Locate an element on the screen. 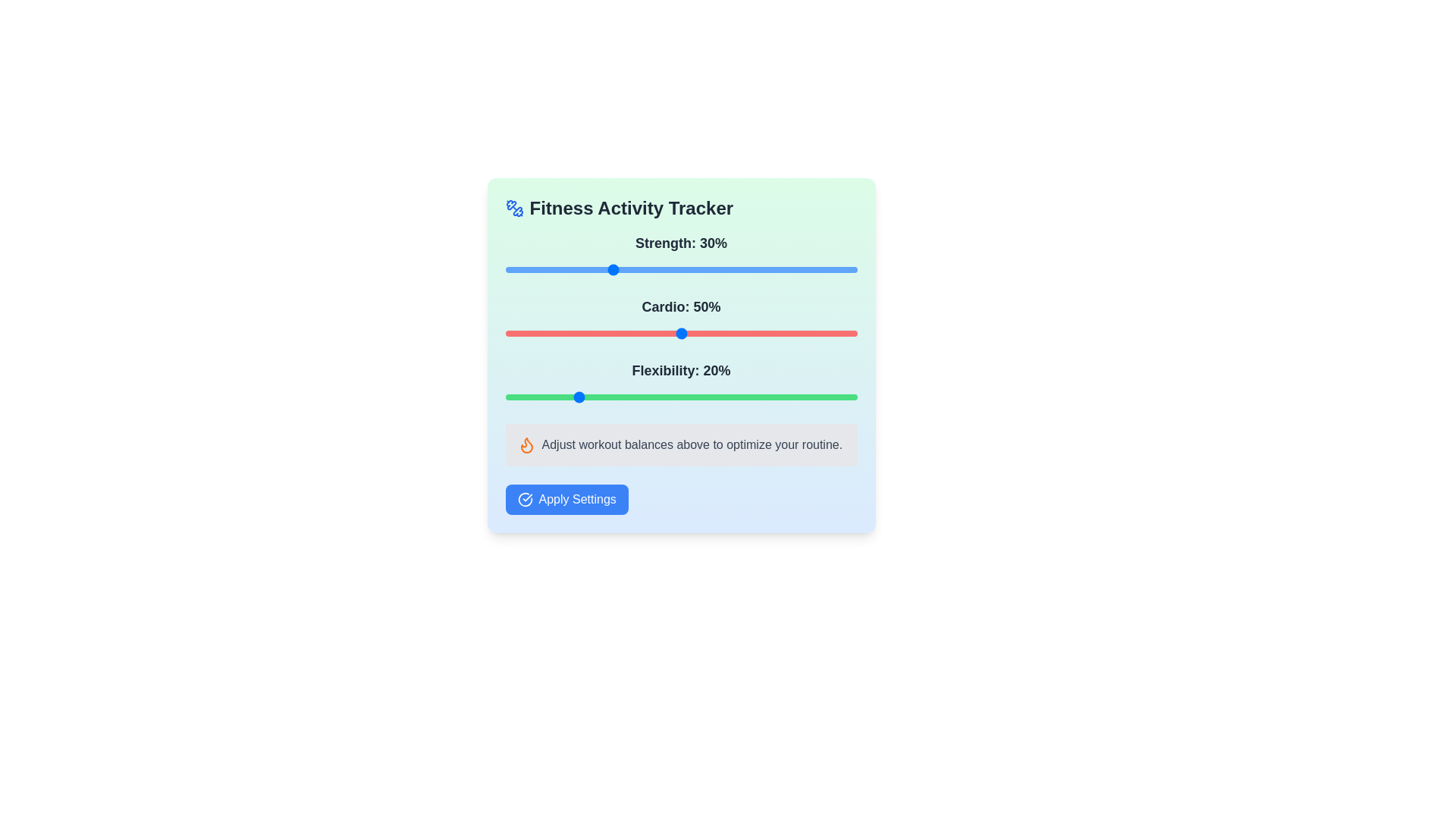 This screenshot has width=1456, height=819. the slider value is located at coordinates (582, 268).